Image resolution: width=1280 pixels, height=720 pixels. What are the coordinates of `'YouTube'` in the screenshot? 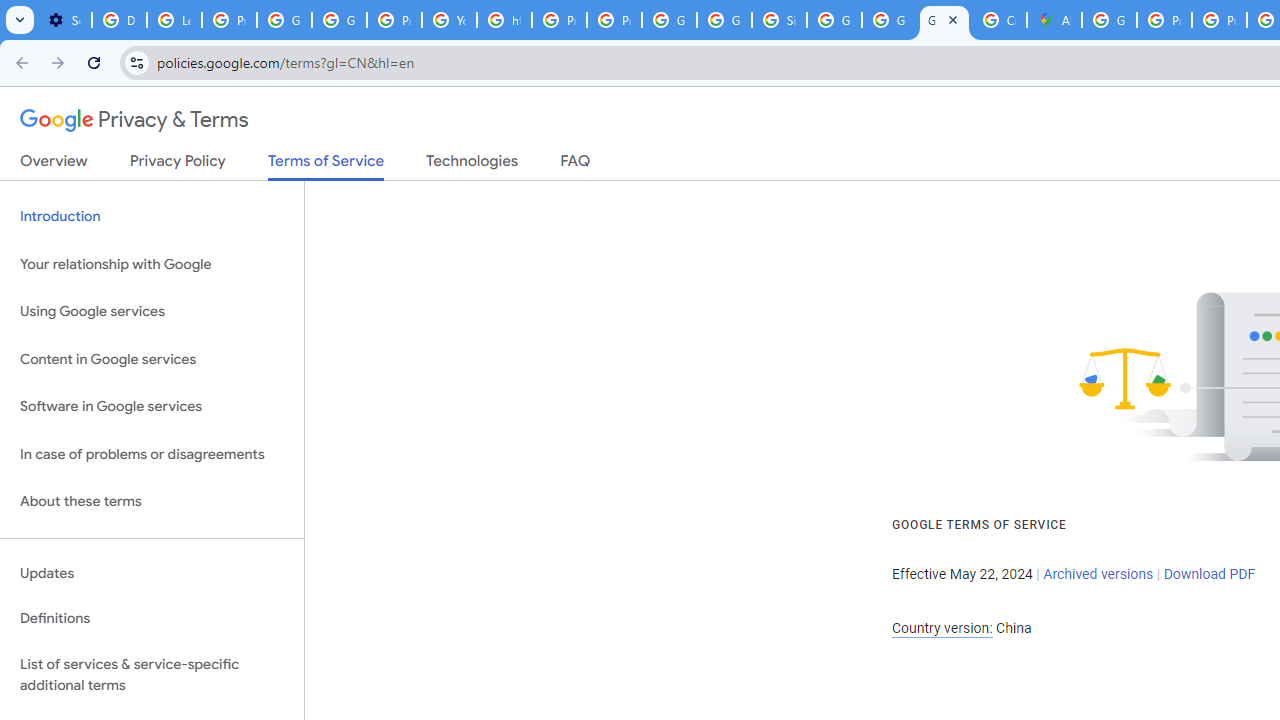 It's located at (448, 20).